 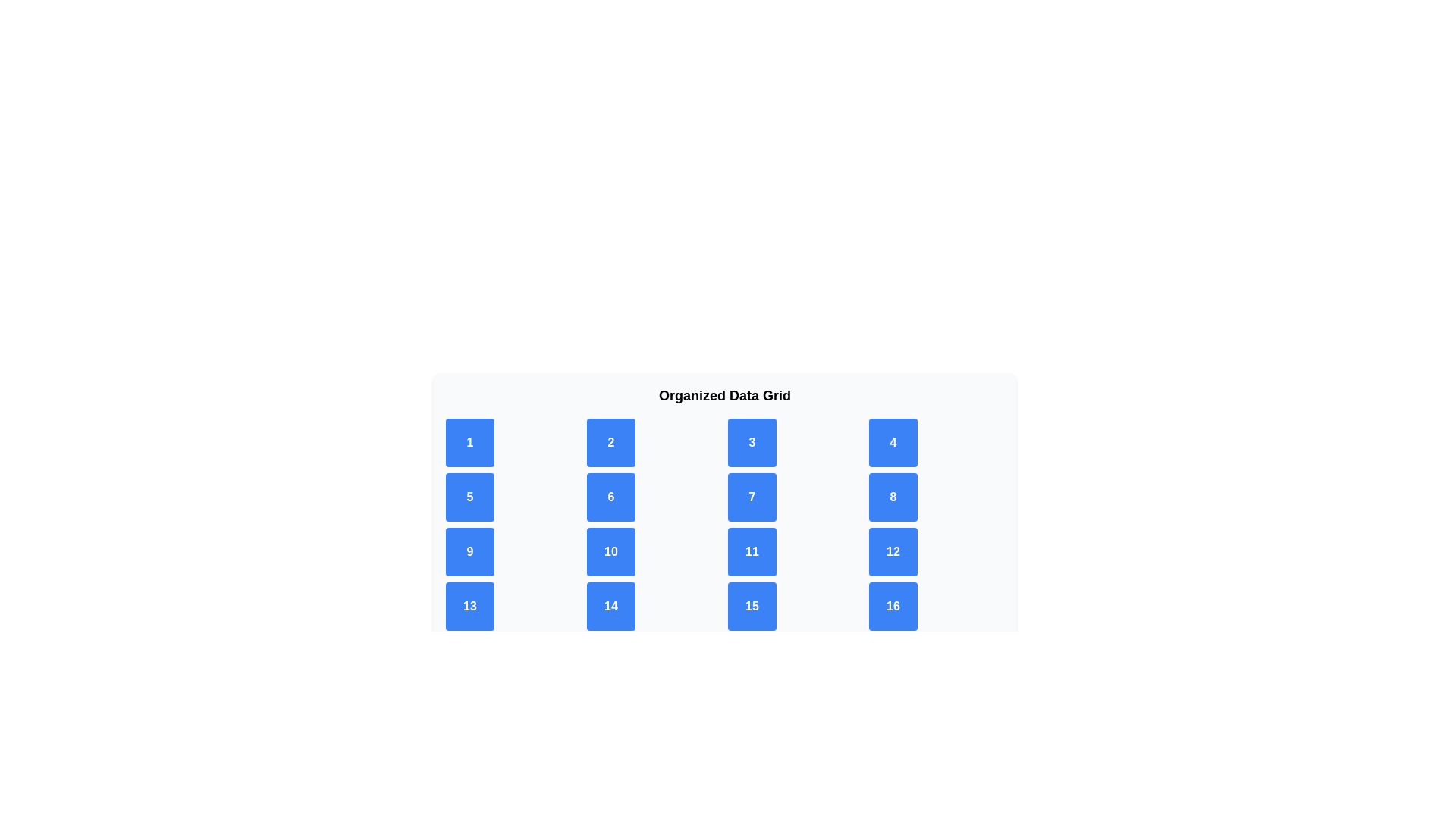 I want to click on the button representing the number '7' in the second row, third column of the numerical grid interface, so click(x=752, y=497).